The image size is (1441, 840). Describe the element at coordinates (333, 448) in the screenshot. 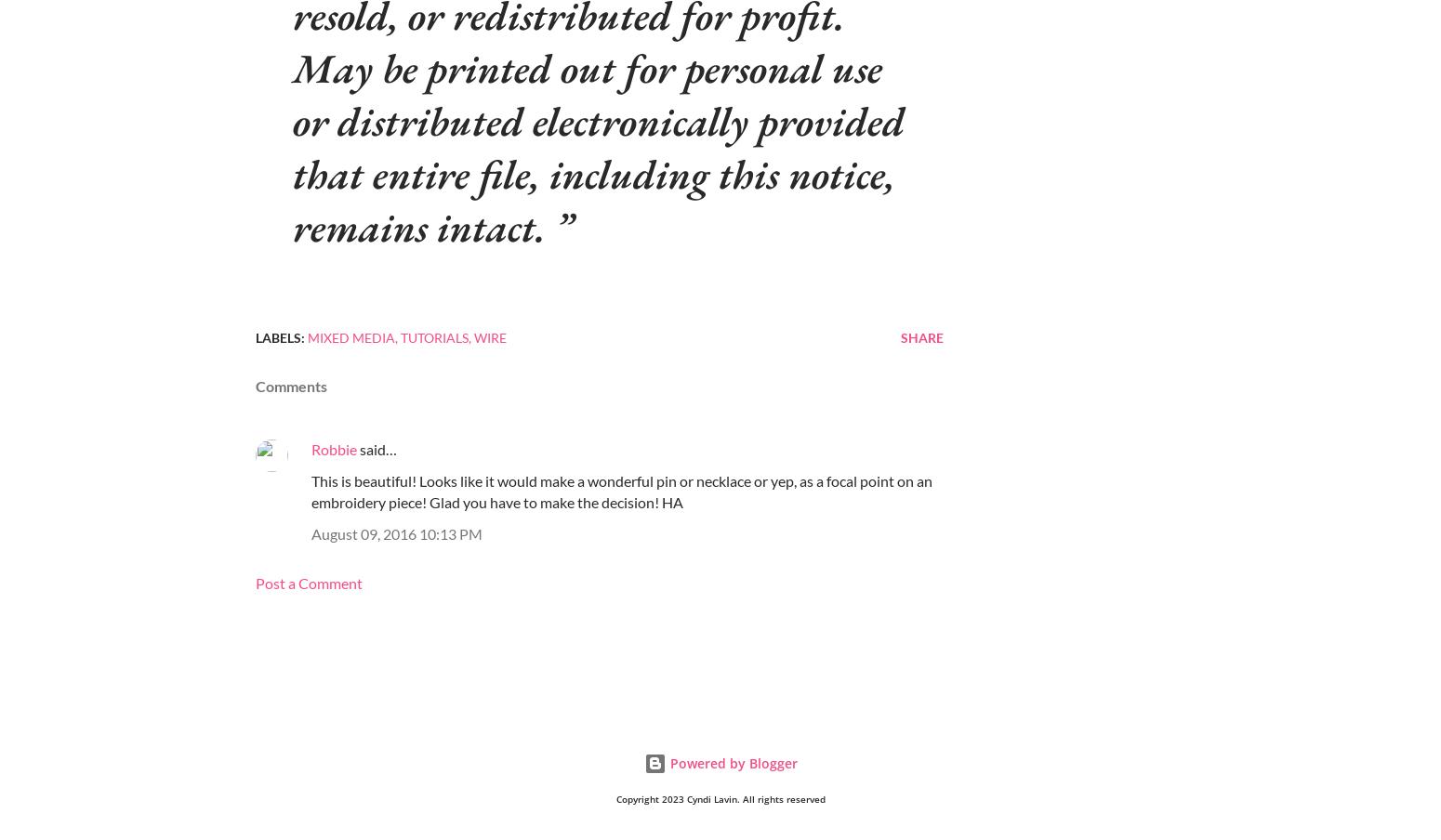

I see `'Robbie'` at that location.